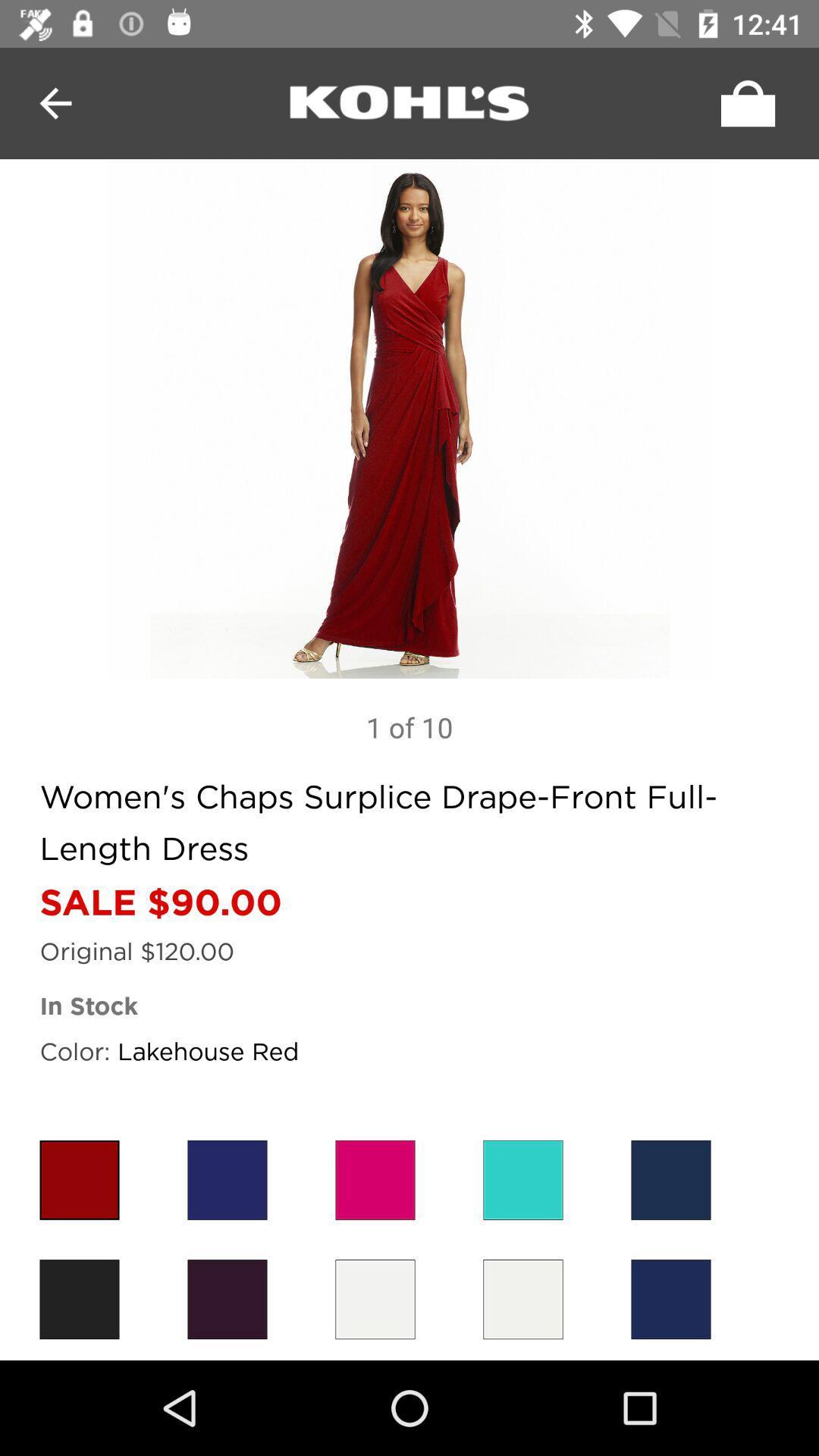 The image size is (819, 1456). I want to click on go do couler, so click(522, 1179).